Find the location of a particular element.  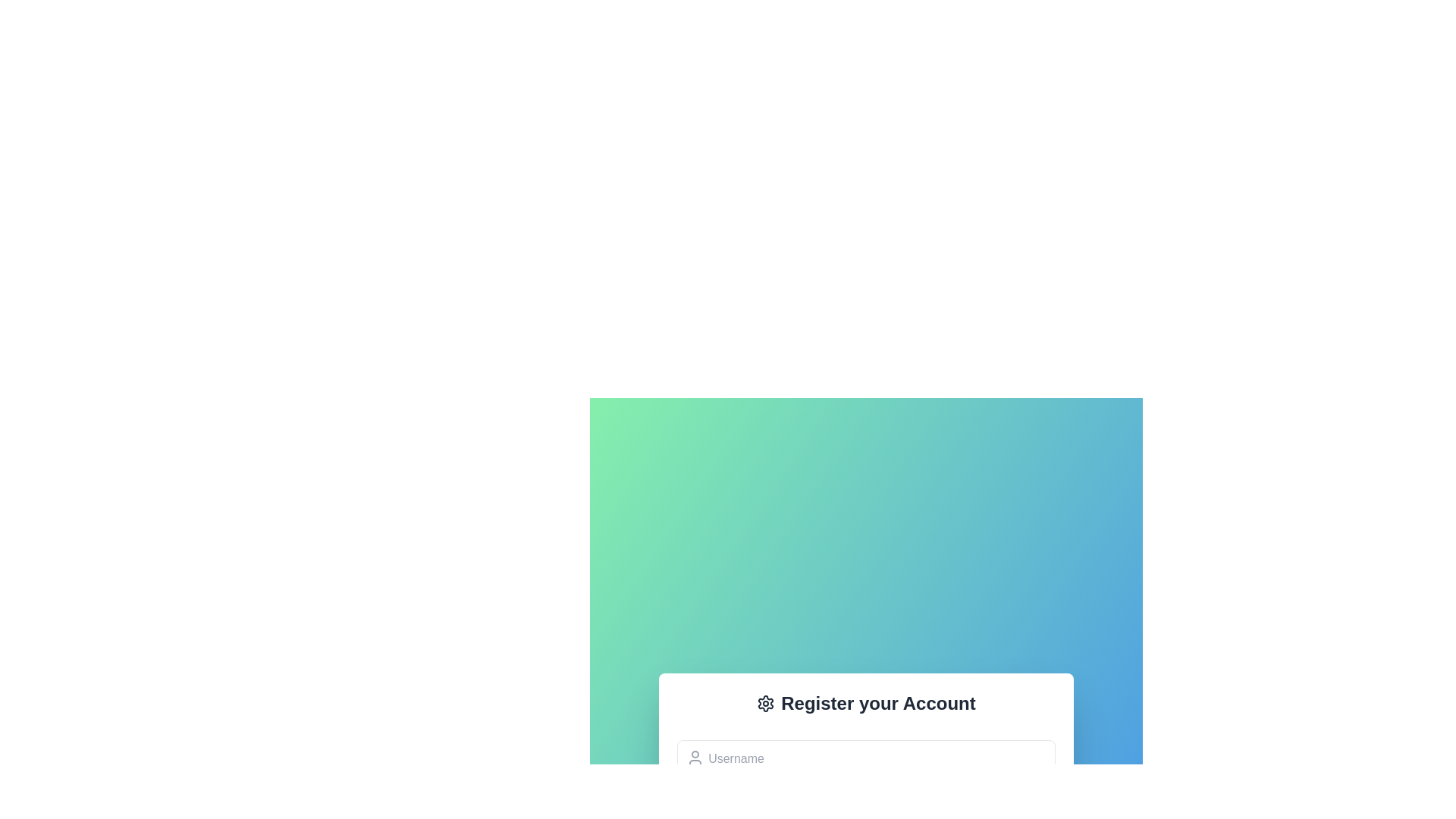

text of the header element that indicates the purpose of the registration form, positioned at the top of the rounded card is located at coordinates (866, 704).